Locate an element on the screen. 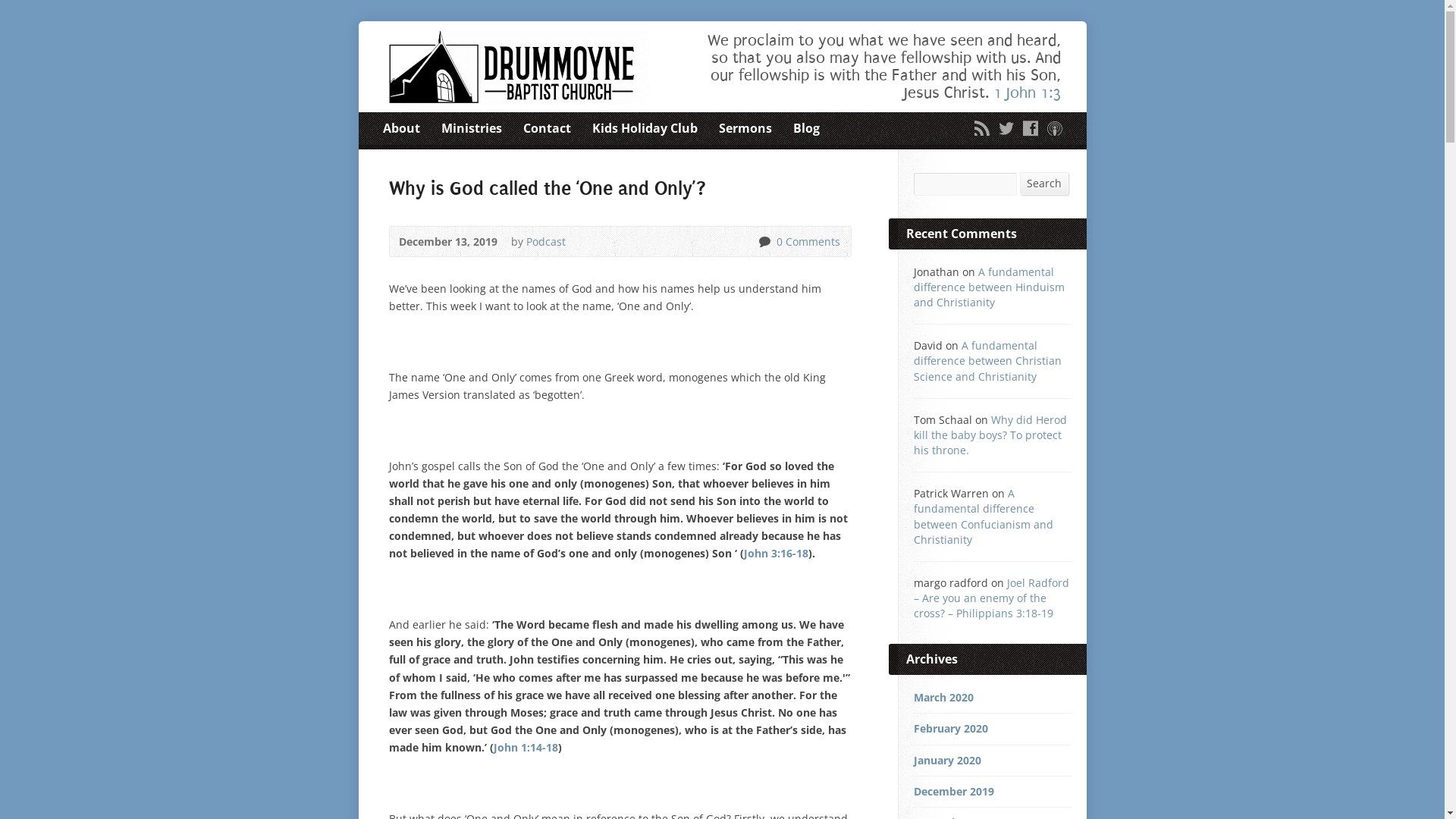 The image size is (1456, 819). 'Sermons' is located at coordinates (745, 127).